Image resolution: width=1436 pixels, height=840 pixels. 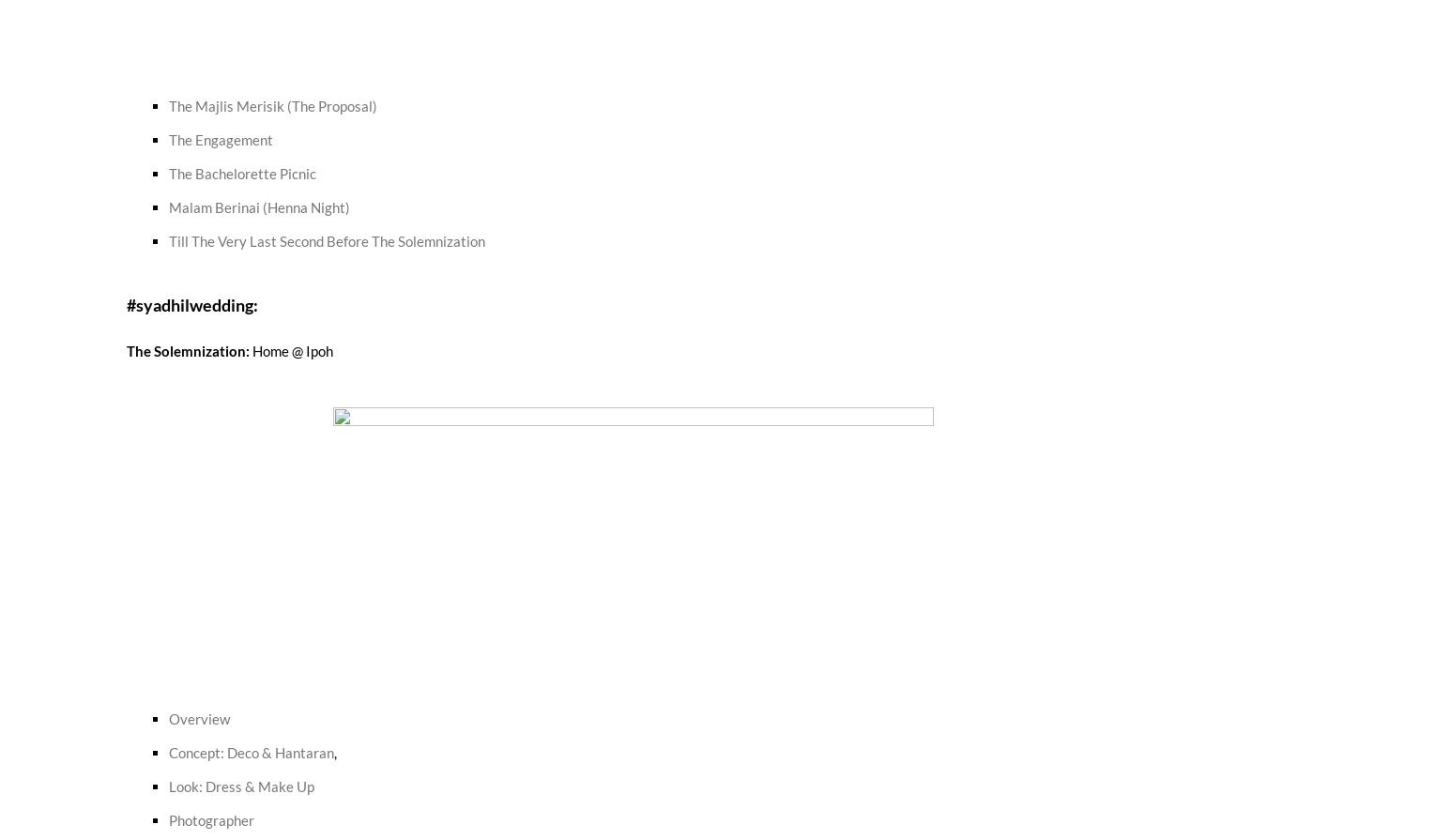 What do you see at coordinates (258, 206) in the screenshot?
I see `'Malam Berinai (Henna Night)'` at bounding box center [258, 206].